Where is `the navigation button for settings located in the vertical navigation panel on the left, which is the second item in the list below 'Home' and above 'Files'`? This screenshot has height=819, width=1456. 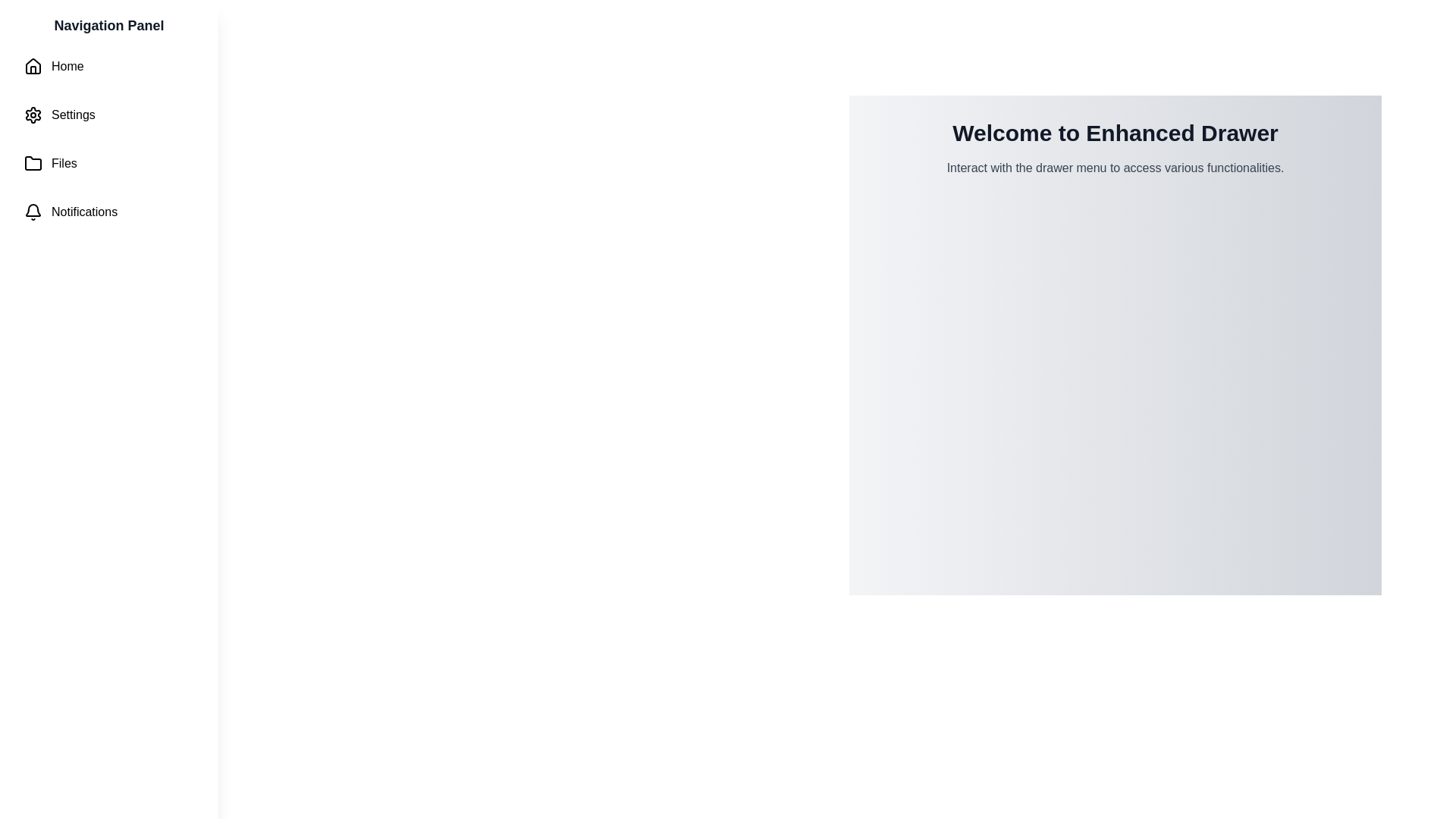
the navigation button for settings located in the vertical navigation panel on the left, which is the second item in the list below 'Home' and above 'Files' is located at coordinates (108, 114).